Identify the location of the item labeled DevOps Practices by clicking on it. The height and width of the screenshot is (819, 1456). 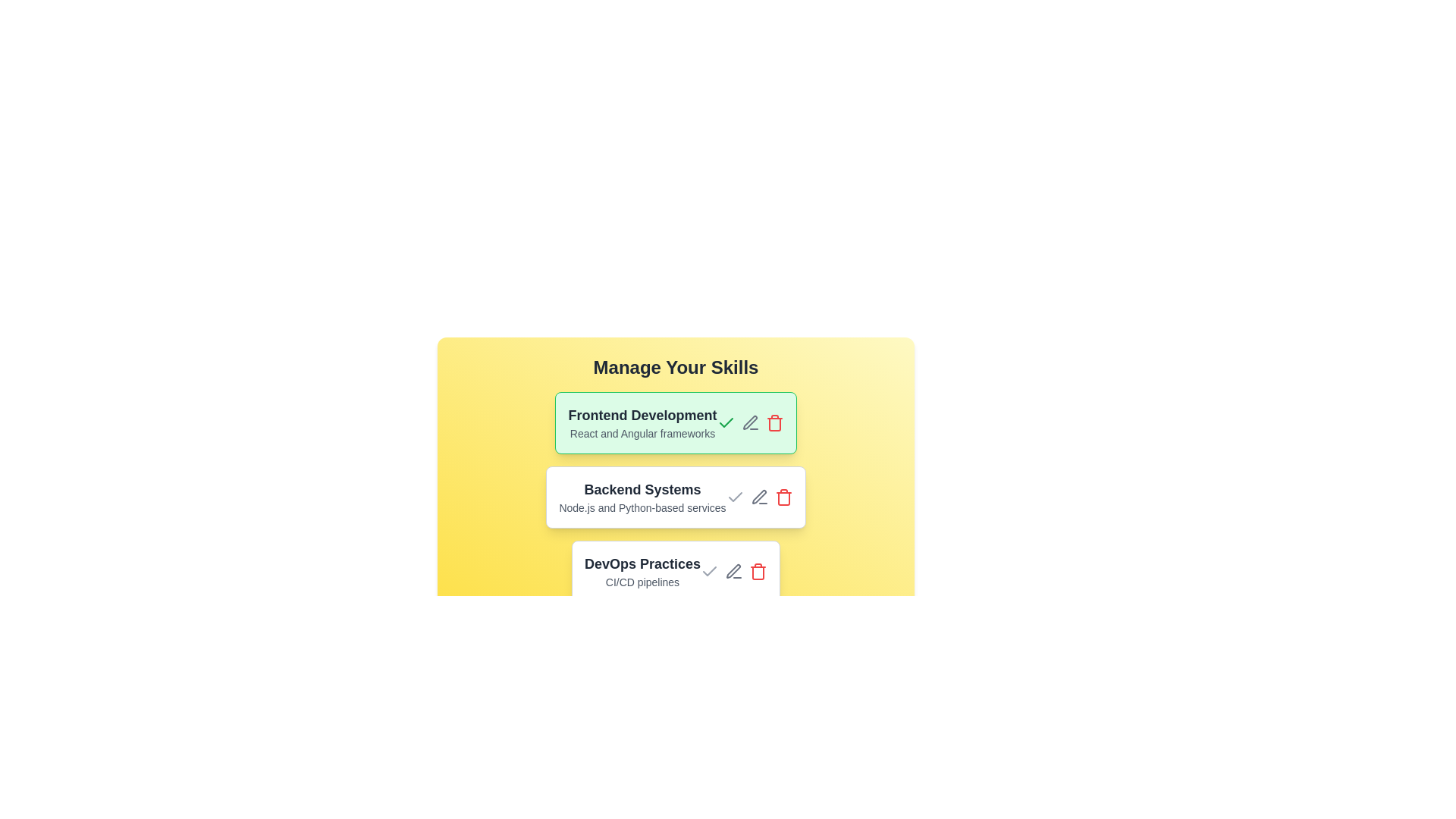
(675, 571).